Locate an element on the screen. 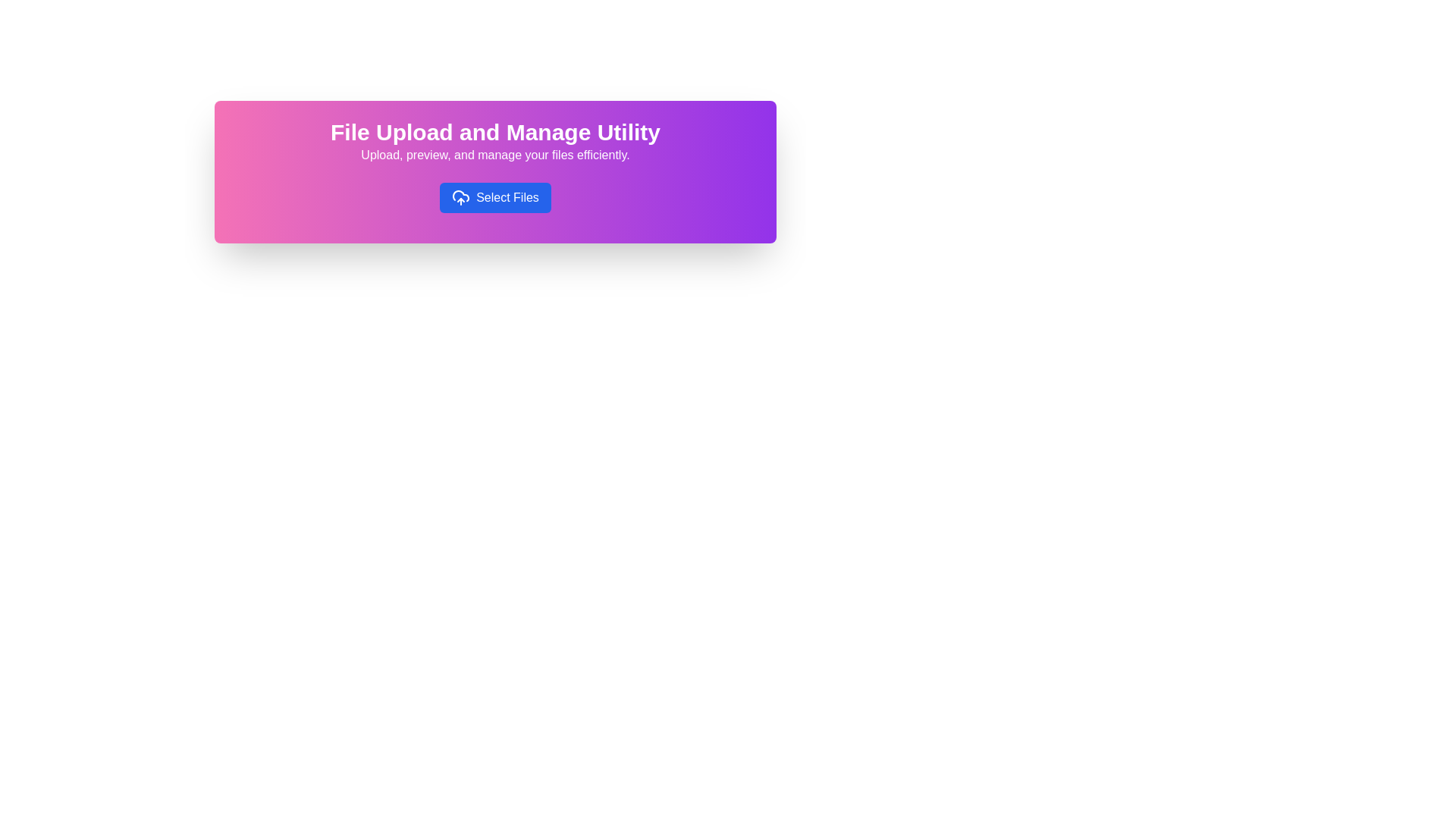 This screenshot has height=819, width=1456. the text label that reads 'Upload, preview, and manage your files efficiently.' which is centrally aligned below the title 'File Upload and Manage Utility' is located at coordinates (495, 155).